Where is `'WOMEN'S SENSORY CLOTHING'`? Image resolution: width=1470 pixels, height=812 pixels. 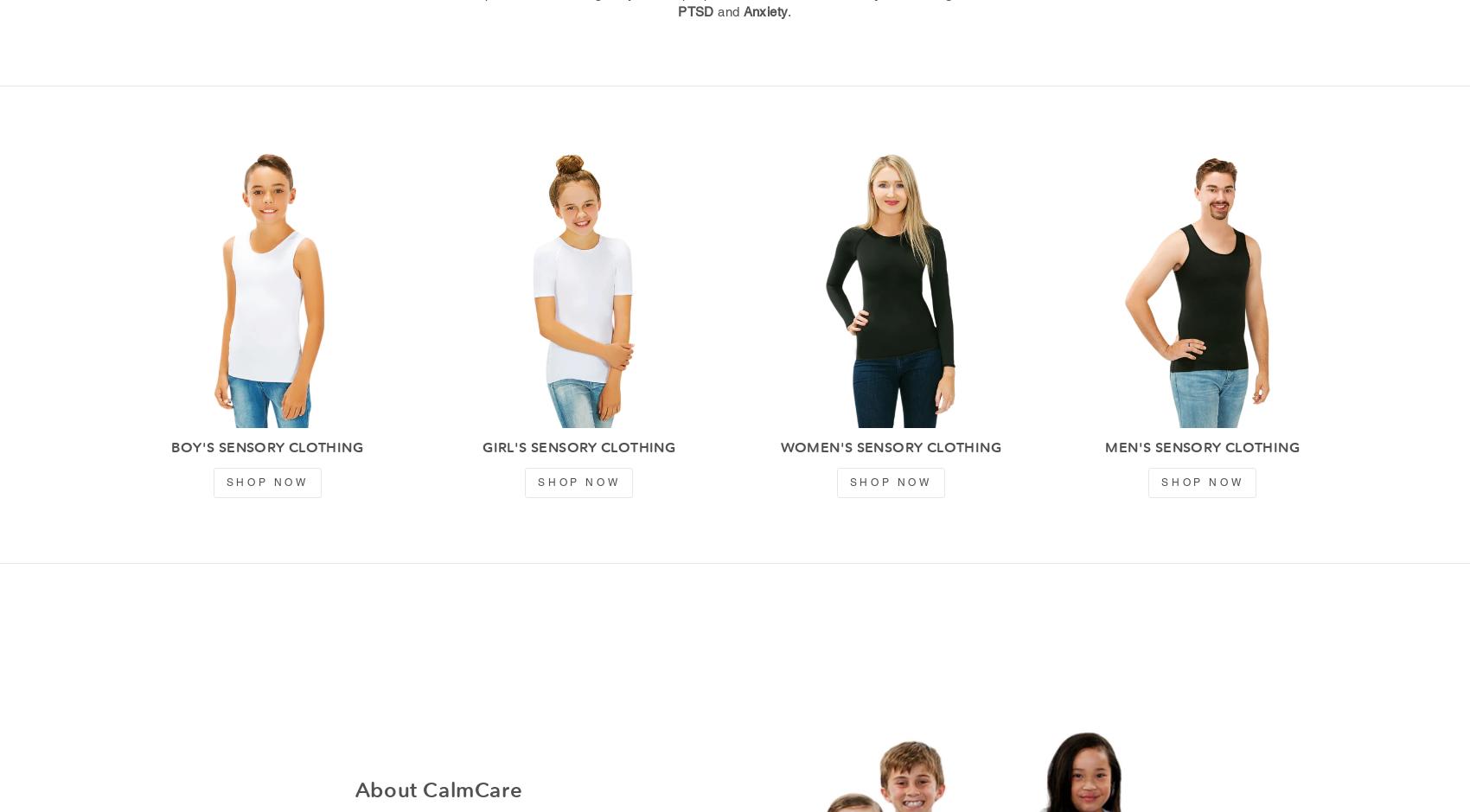 'WOMEN'S SENSORY CLOTHING' is located at coordinates (889, 447).